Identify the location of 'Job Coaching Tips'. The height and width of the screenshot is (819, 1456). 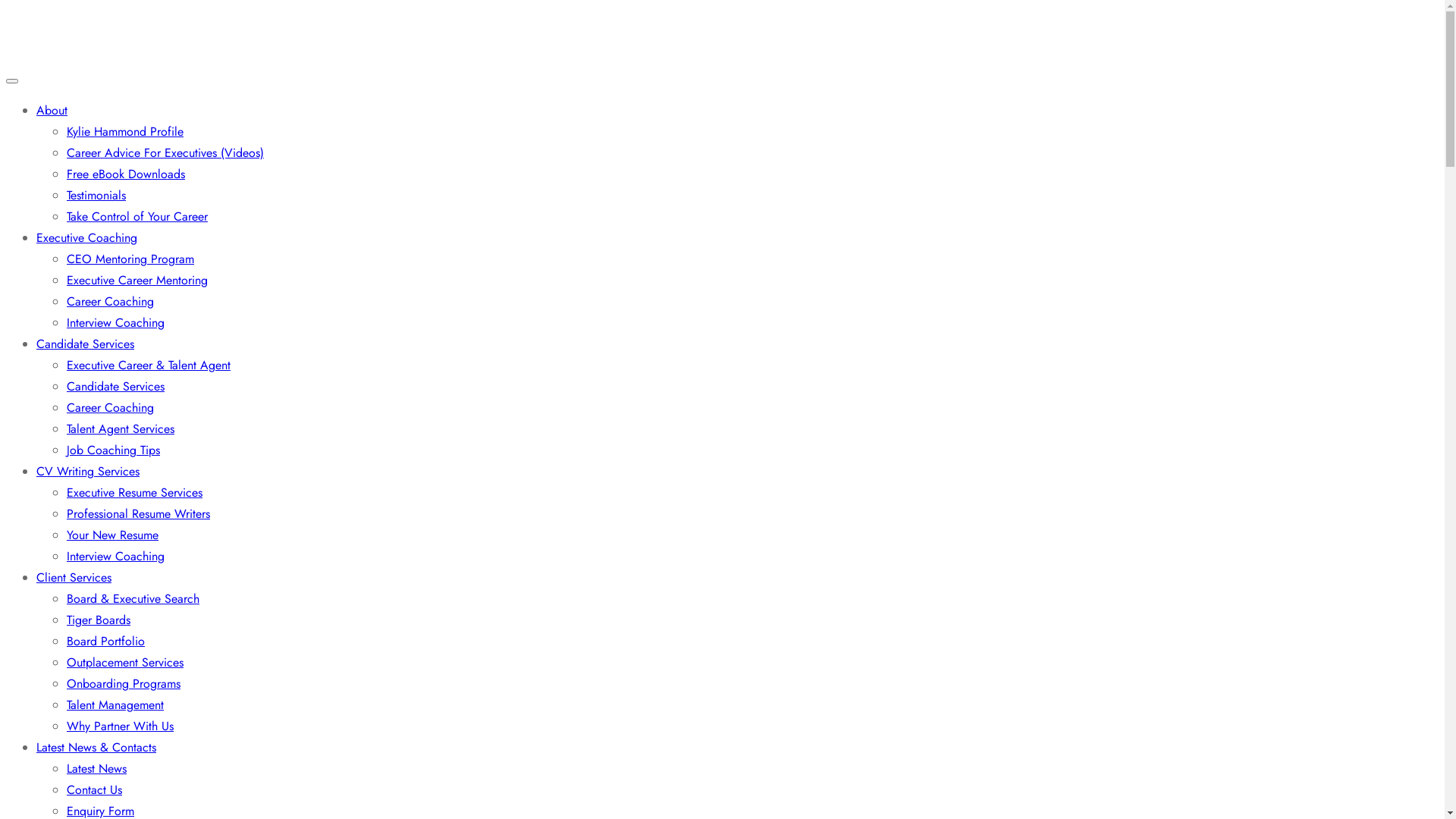
(112, 449).